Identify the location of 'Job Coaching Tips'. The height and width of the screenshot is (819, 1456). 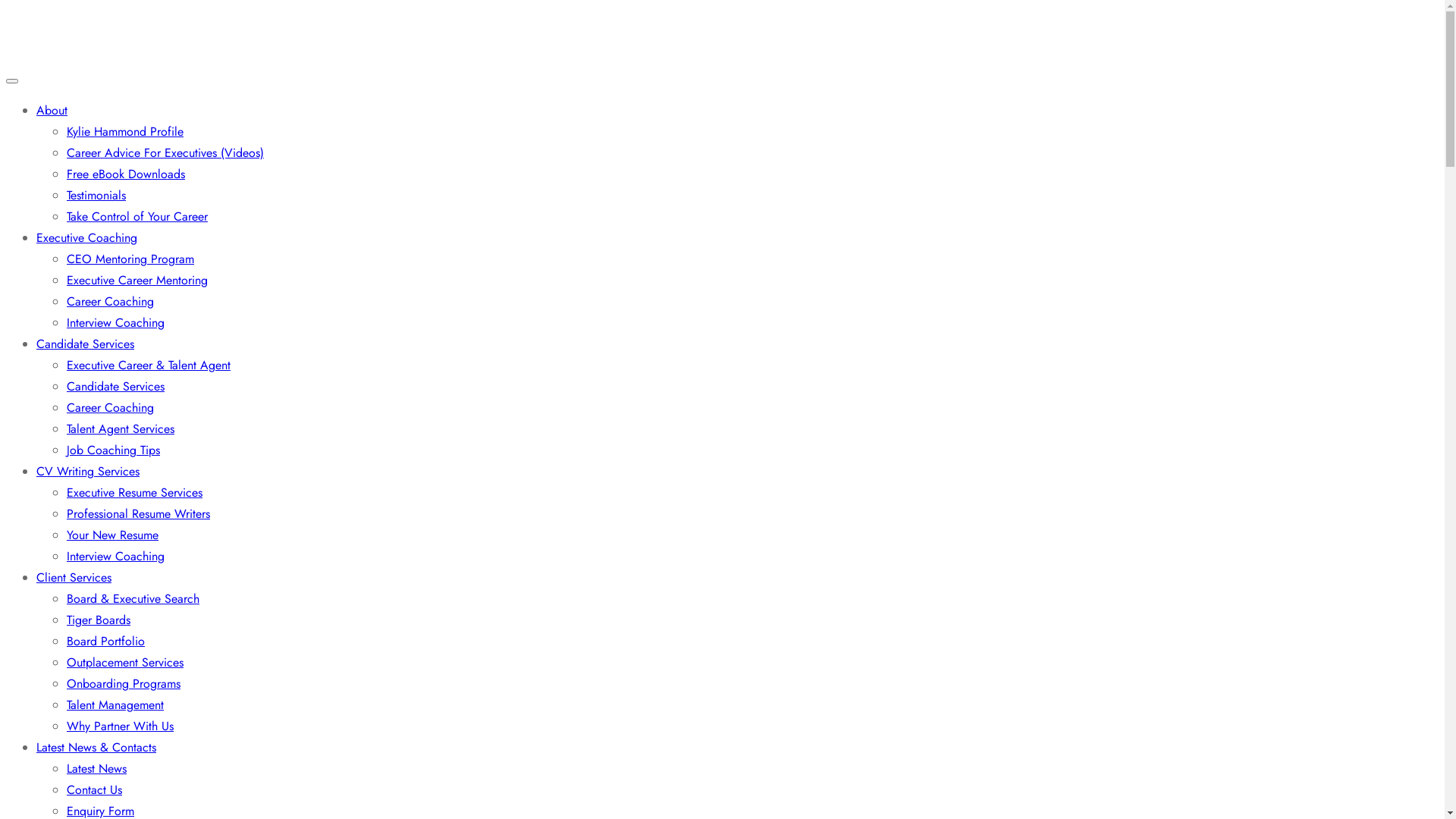
(112, 449).